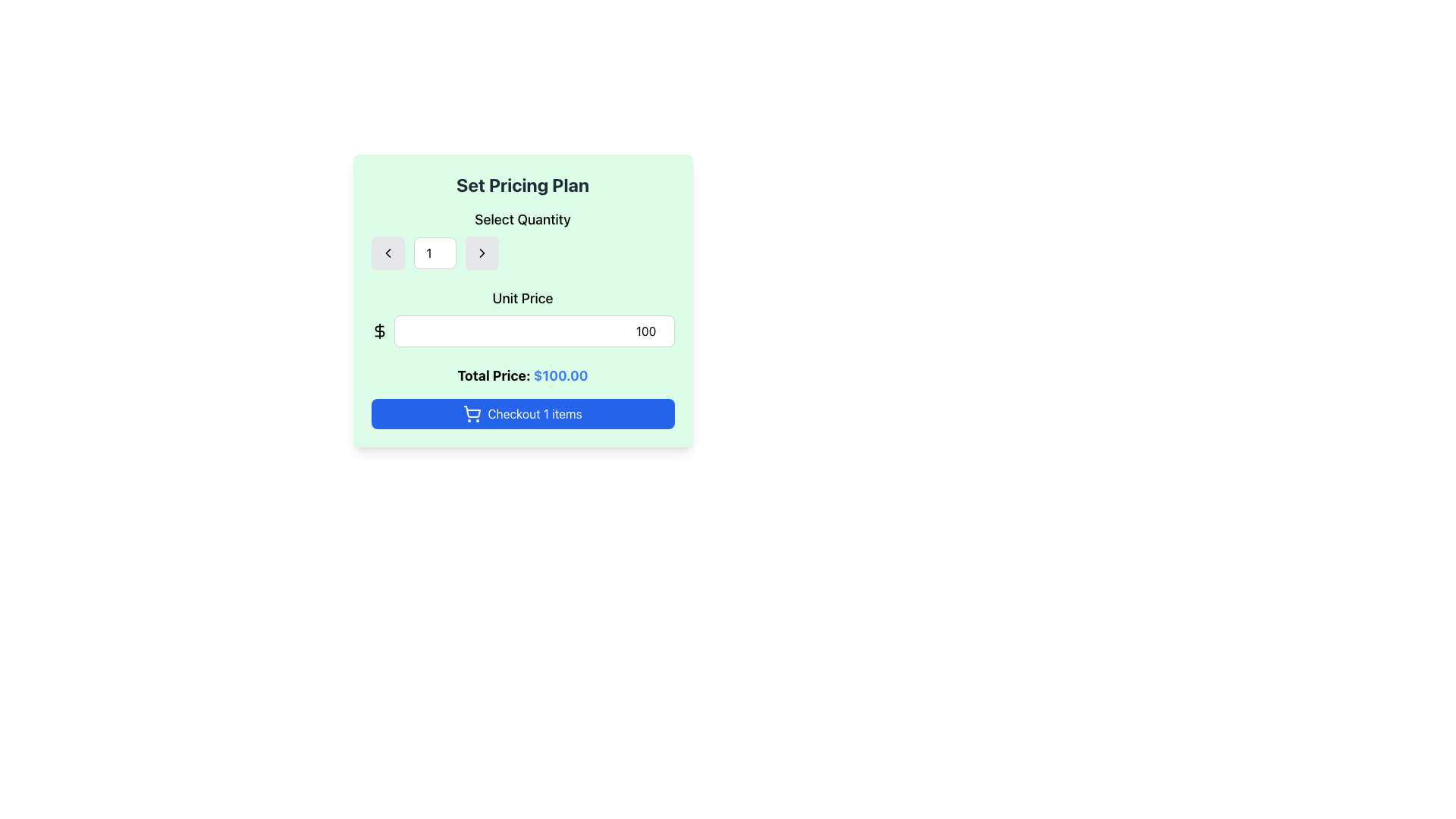 The height and width of the screenshot is (819, 1456). What do you see at coordinates (388, 253) in the screenshot?
I see `the left-pointing arrow icon within the first button under the 'Select Quantity' label in the 'Set Pricing Plan' interface` at bounding box center [388, 253].